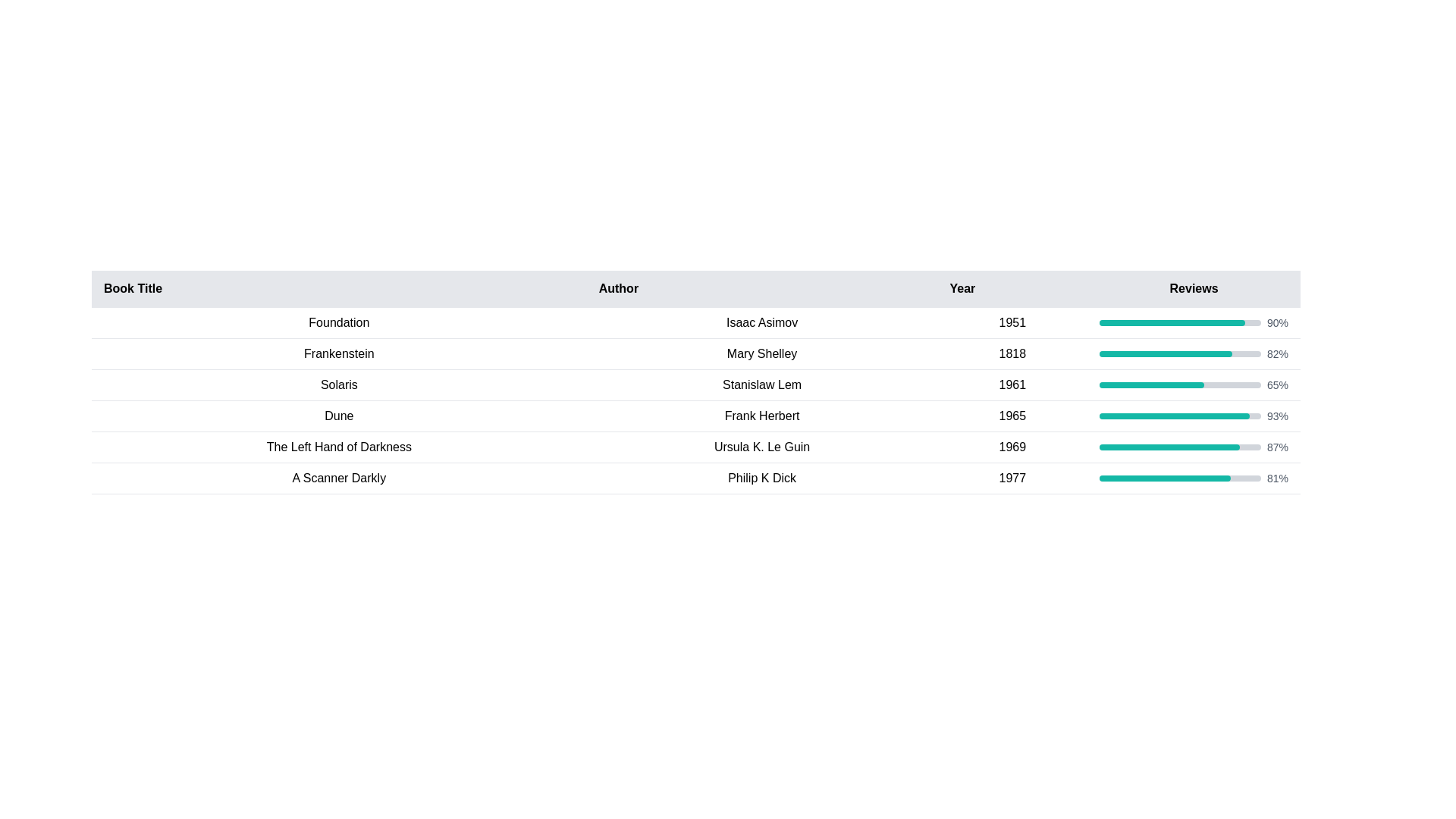 The height and width of the screenshot is (819, 1456). What do you see at coordinates (338, 322) in the screenshot?
I see `the text area displaying 'Foundation' under the 'Book Title' header in the table layout` at bounding box center [338, 322].